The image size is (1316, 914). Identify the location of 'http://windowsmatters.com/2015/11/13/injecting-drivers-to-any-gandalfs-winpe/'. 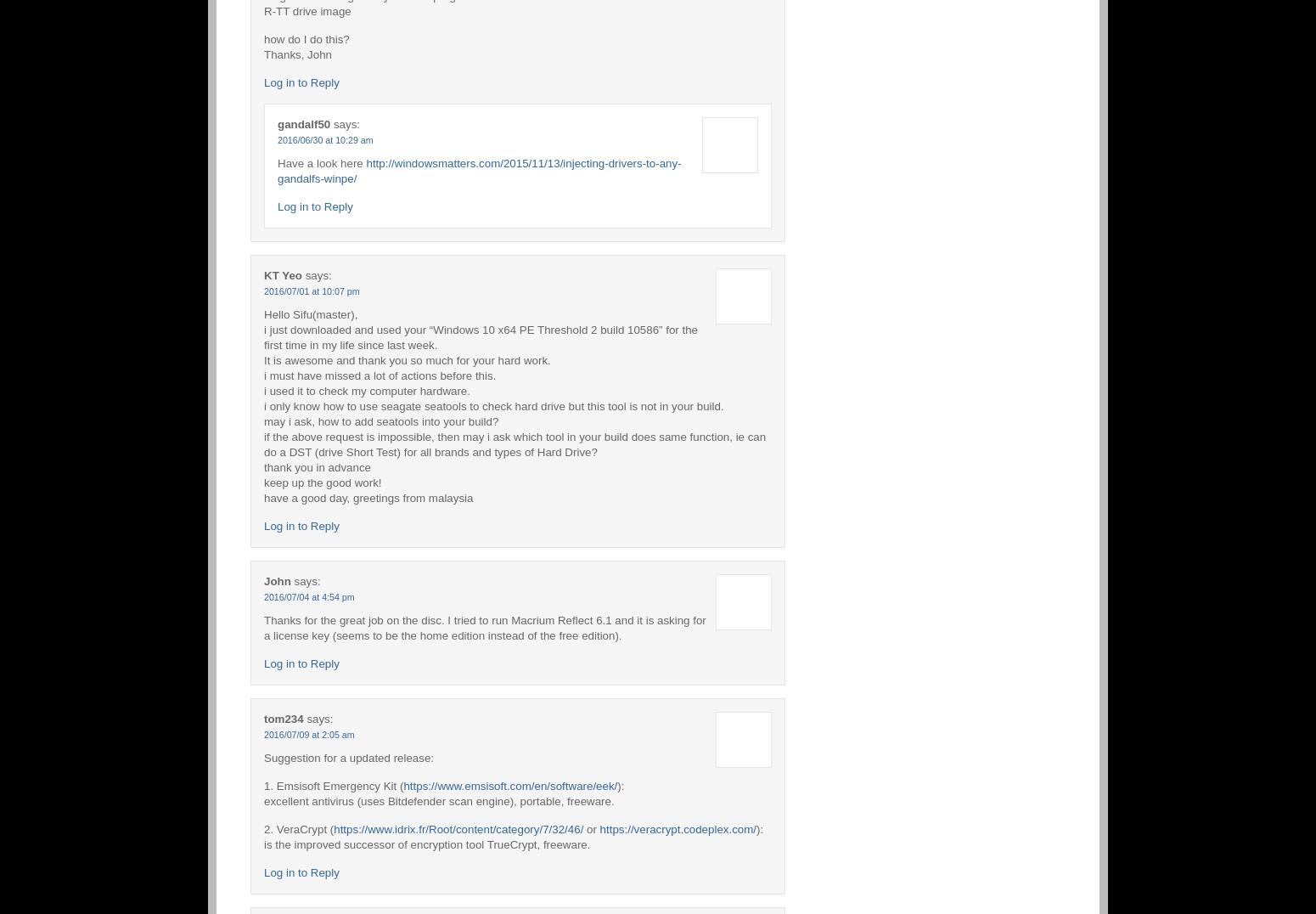
(479, 169).